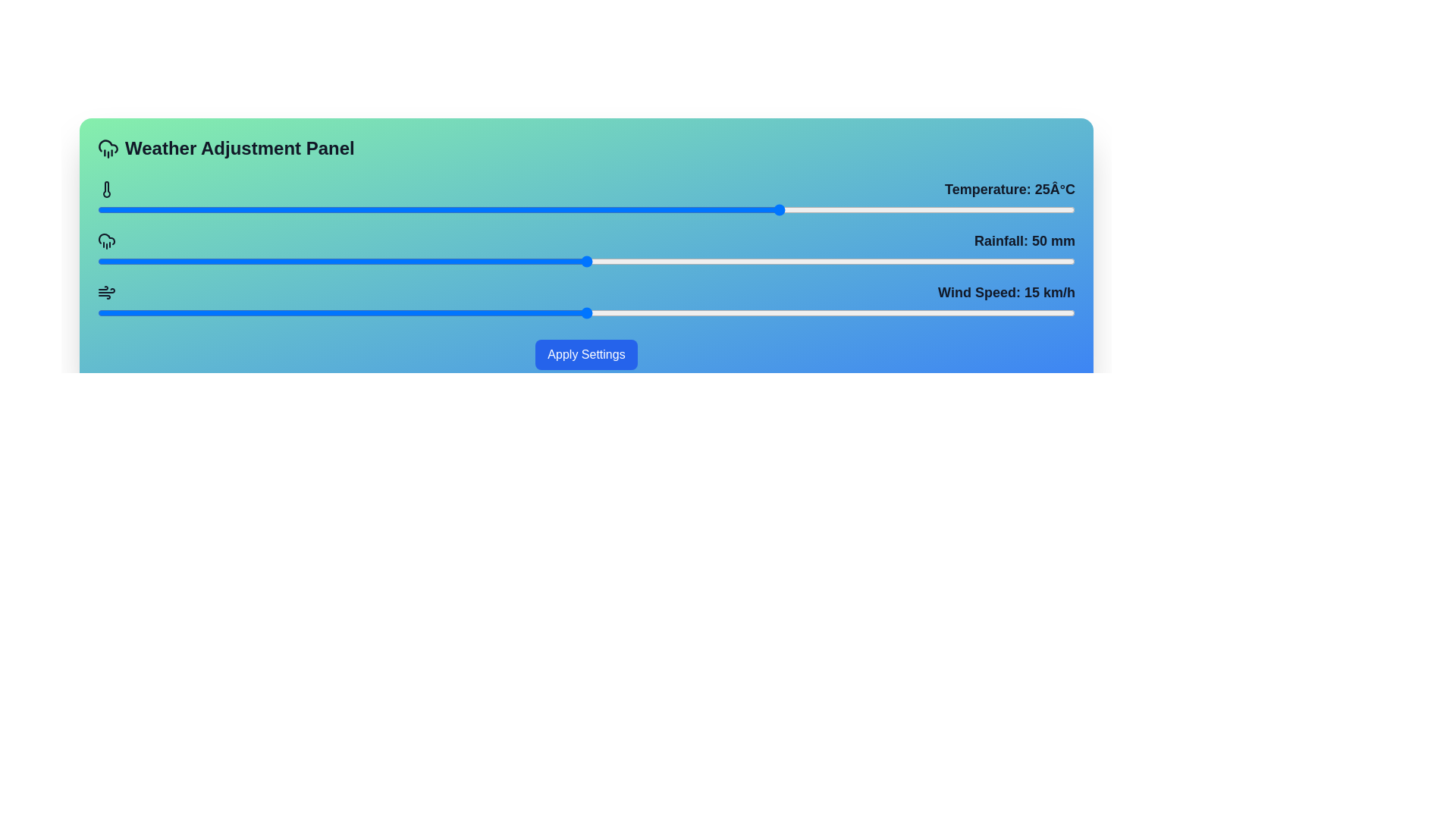  What do you see at coordinates (97, 312) in the screenshot?
I see `the wind speed` at bounding box center [97, 312].